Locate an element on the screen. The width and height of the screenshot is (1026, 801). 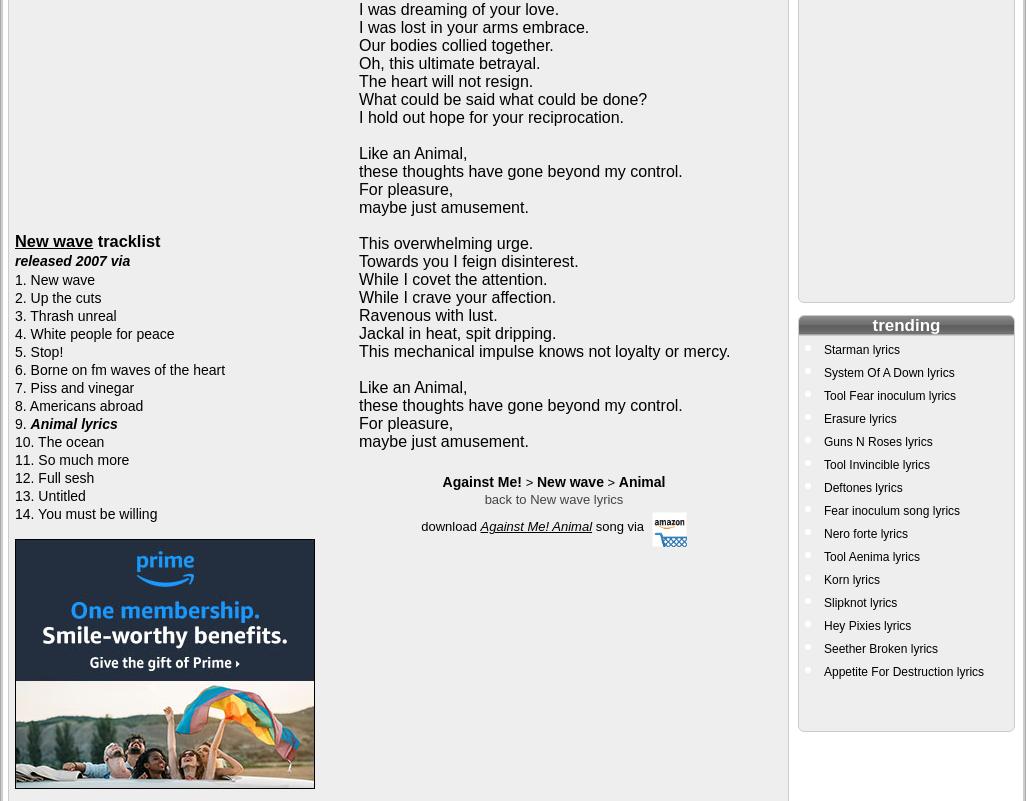
'Appetite For Destruction lyrics' is located at coordinates (903, 672).